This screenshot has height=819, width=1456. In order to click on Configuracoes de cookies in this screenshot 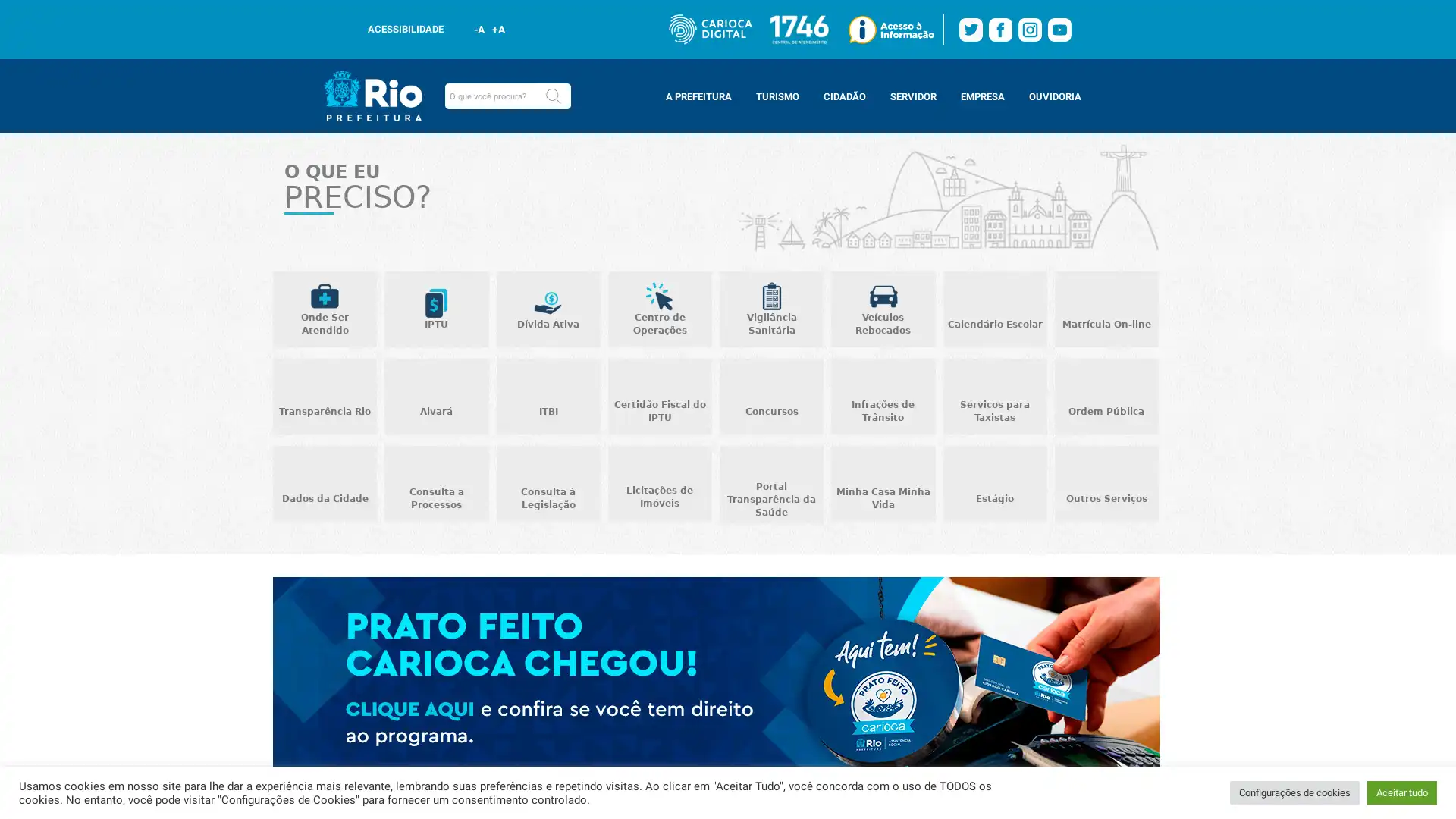, I will do `click(1294, 792)`.